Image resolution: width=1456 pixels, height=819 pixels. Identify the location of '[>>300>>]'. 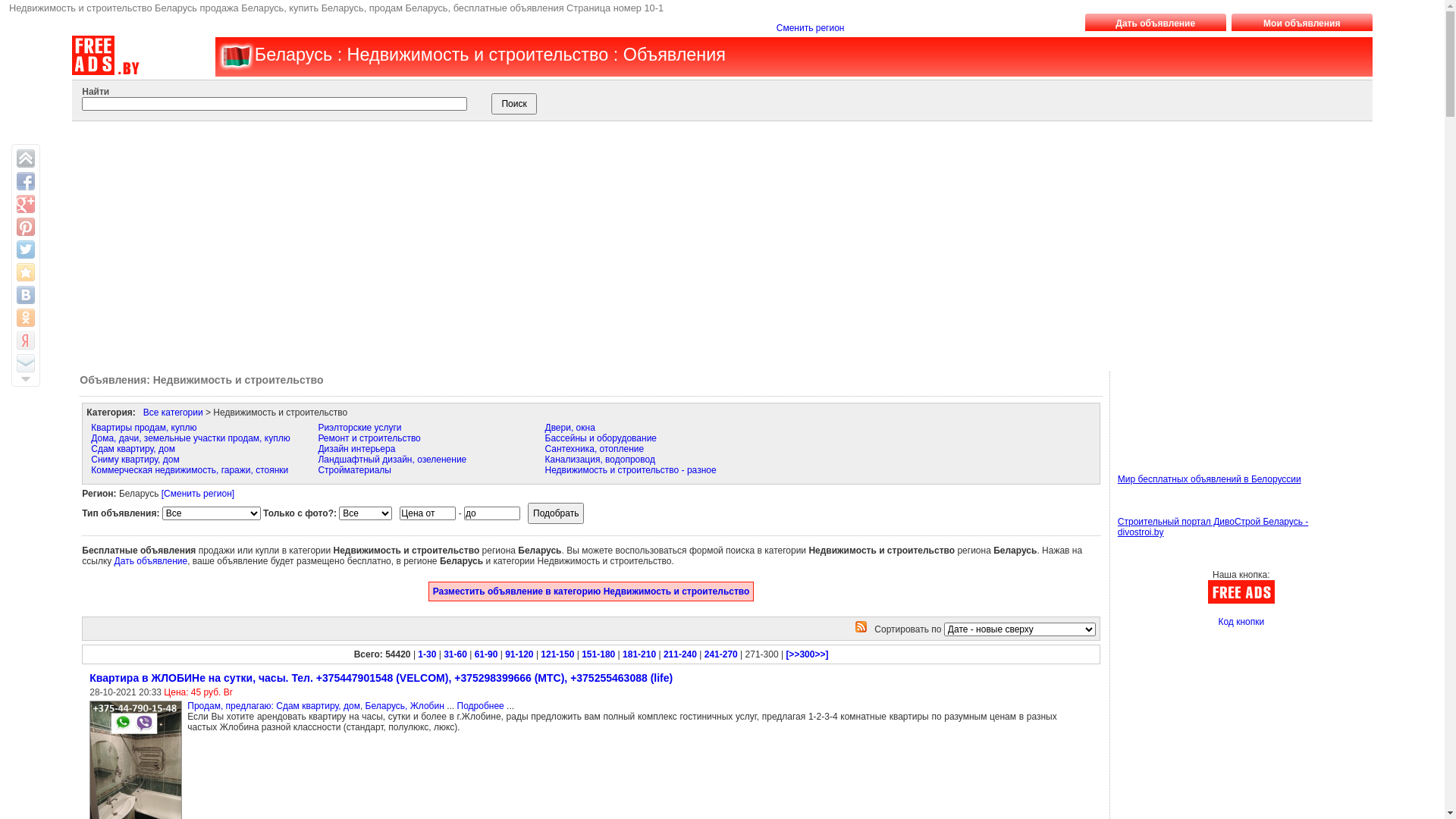
(786, 654).